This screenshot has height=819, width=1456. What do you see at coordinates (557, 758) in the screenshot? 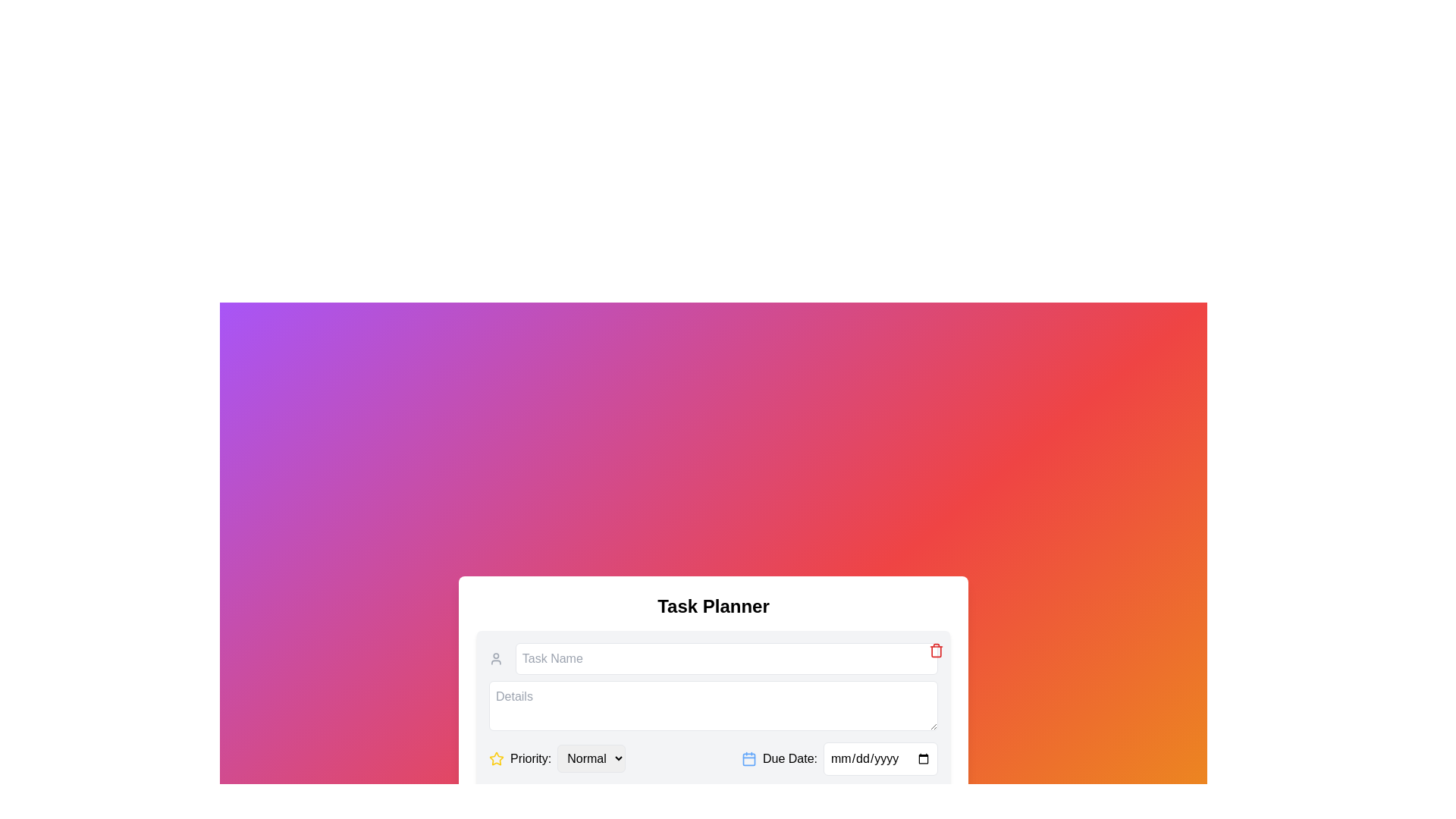
I see `the 'Priority:' dropdown menu` at bounding box center [557, 758].